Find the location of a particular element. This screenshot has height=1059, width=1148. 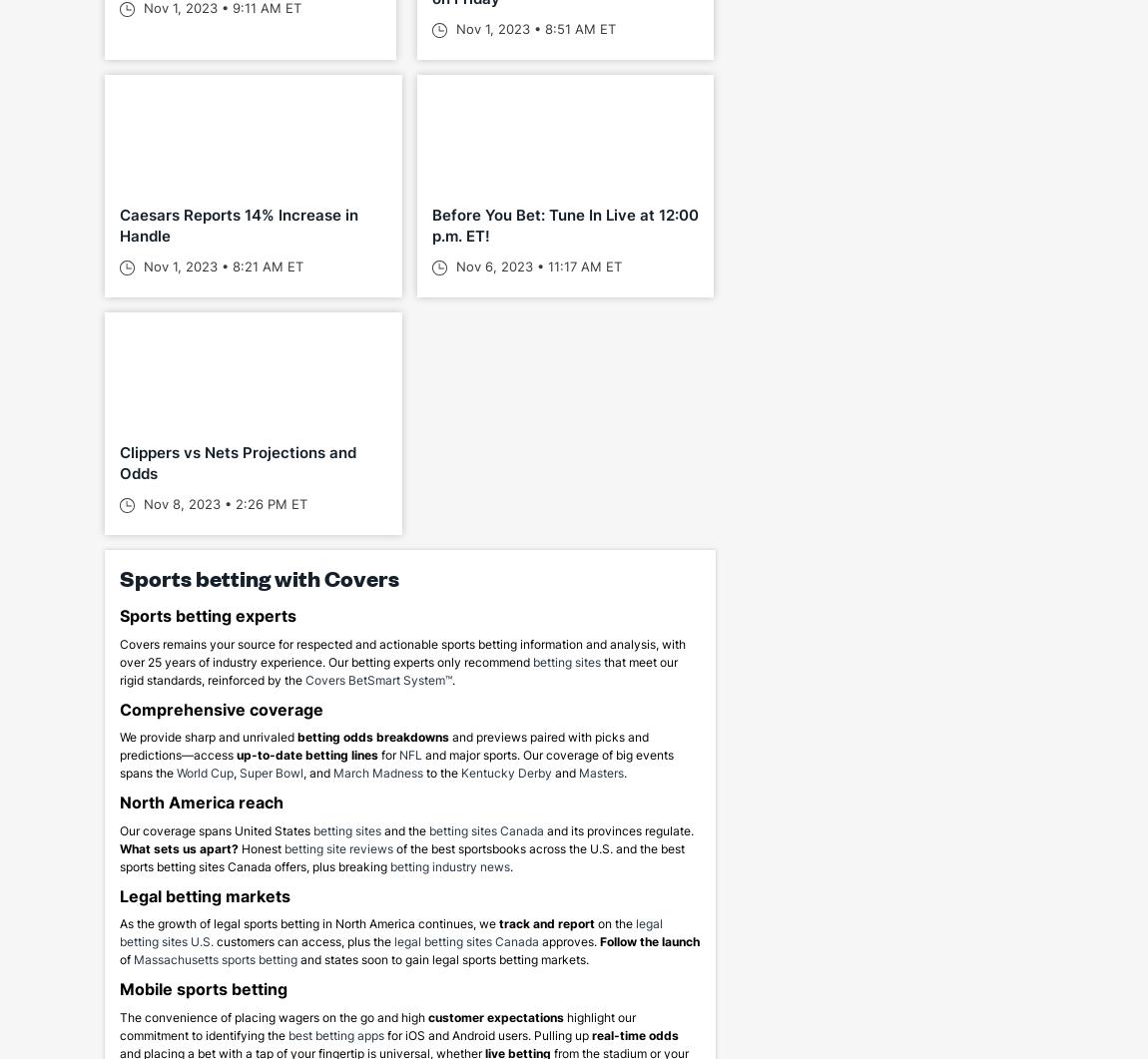

'North America reach' is located at coordinates (201, 802).